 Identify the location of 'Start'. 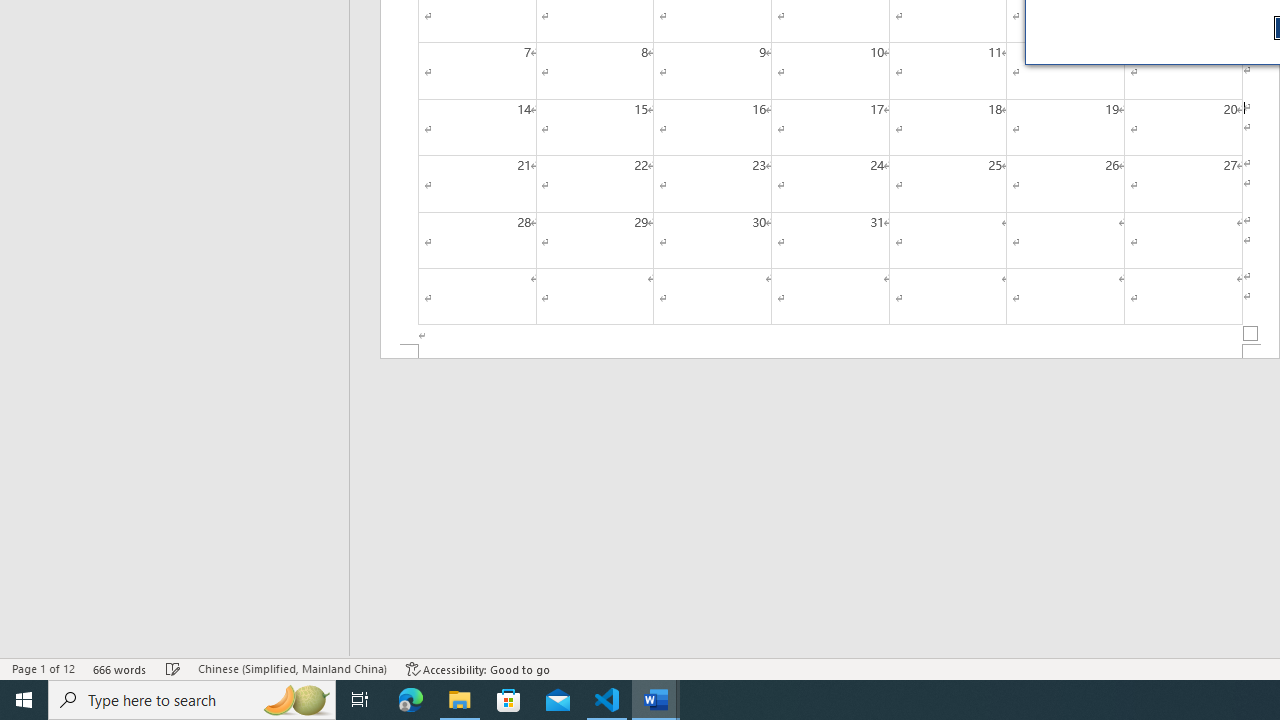
(24, 698).